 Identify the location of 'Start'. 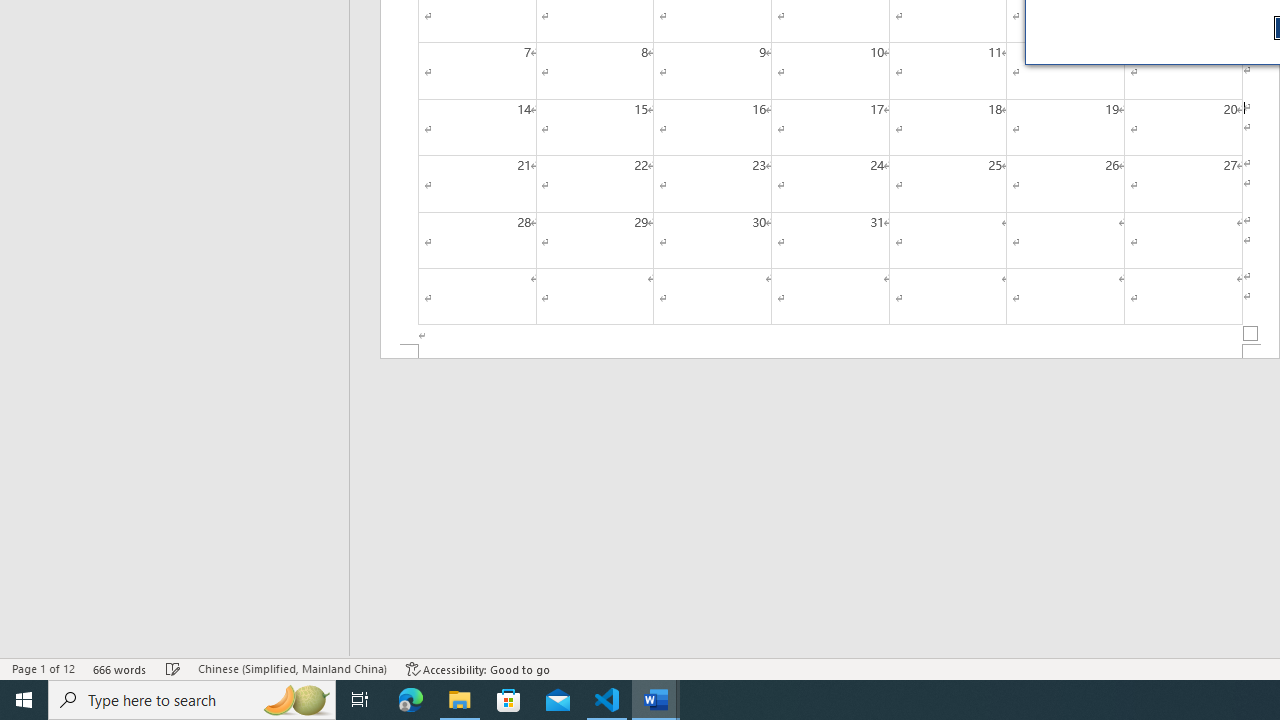
(24, 698).